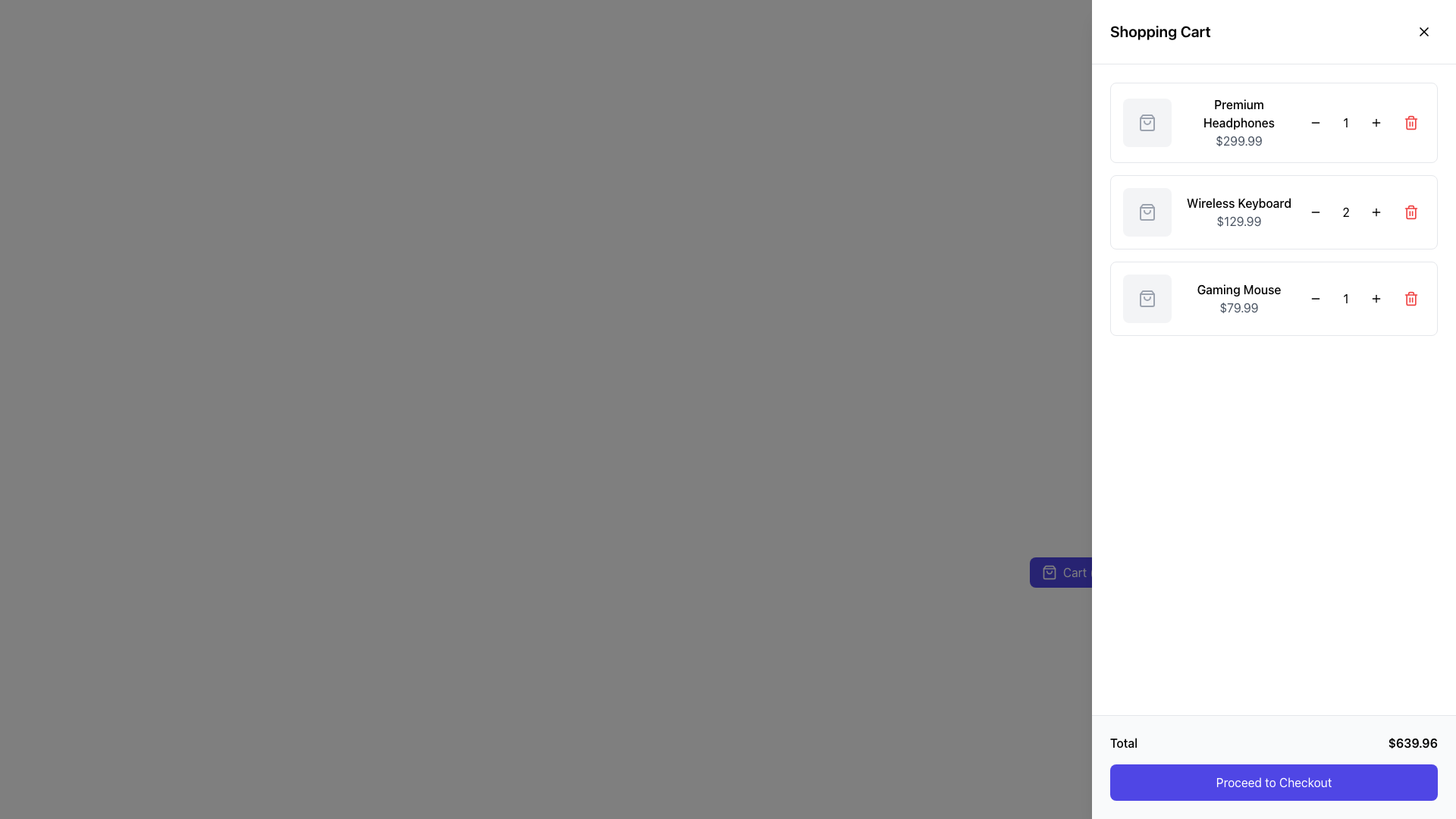 The image size is (1456, 819). I want to click on the button that decreases the quantity of the 'Gaming Mouse' item in the cart, located in the third row before the displayed quantity '1', so click(1314, 298).